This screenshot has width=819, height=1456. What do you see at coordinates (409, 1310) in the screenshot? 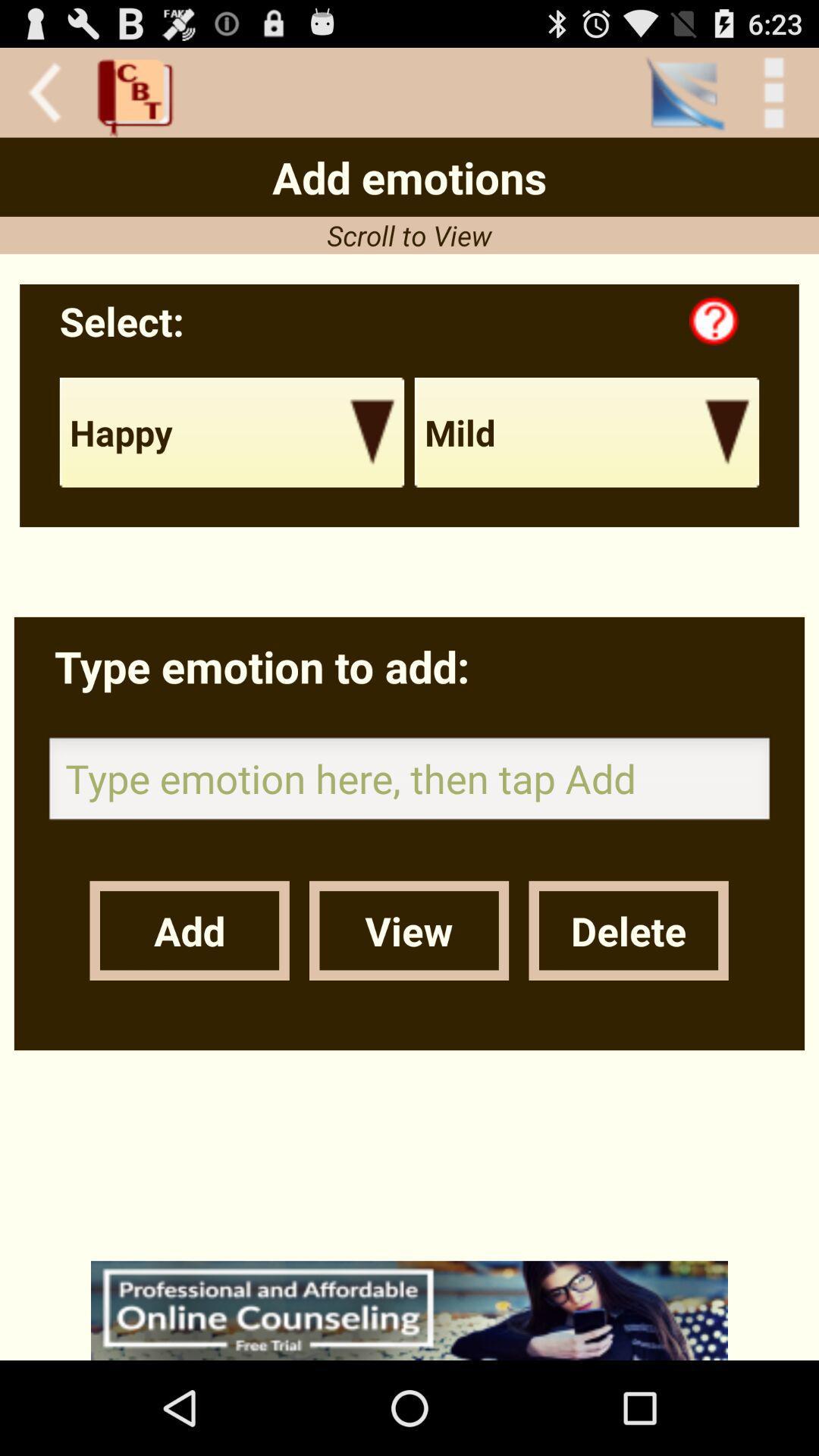
I see `search about add` at bounding box center [409, 1310].